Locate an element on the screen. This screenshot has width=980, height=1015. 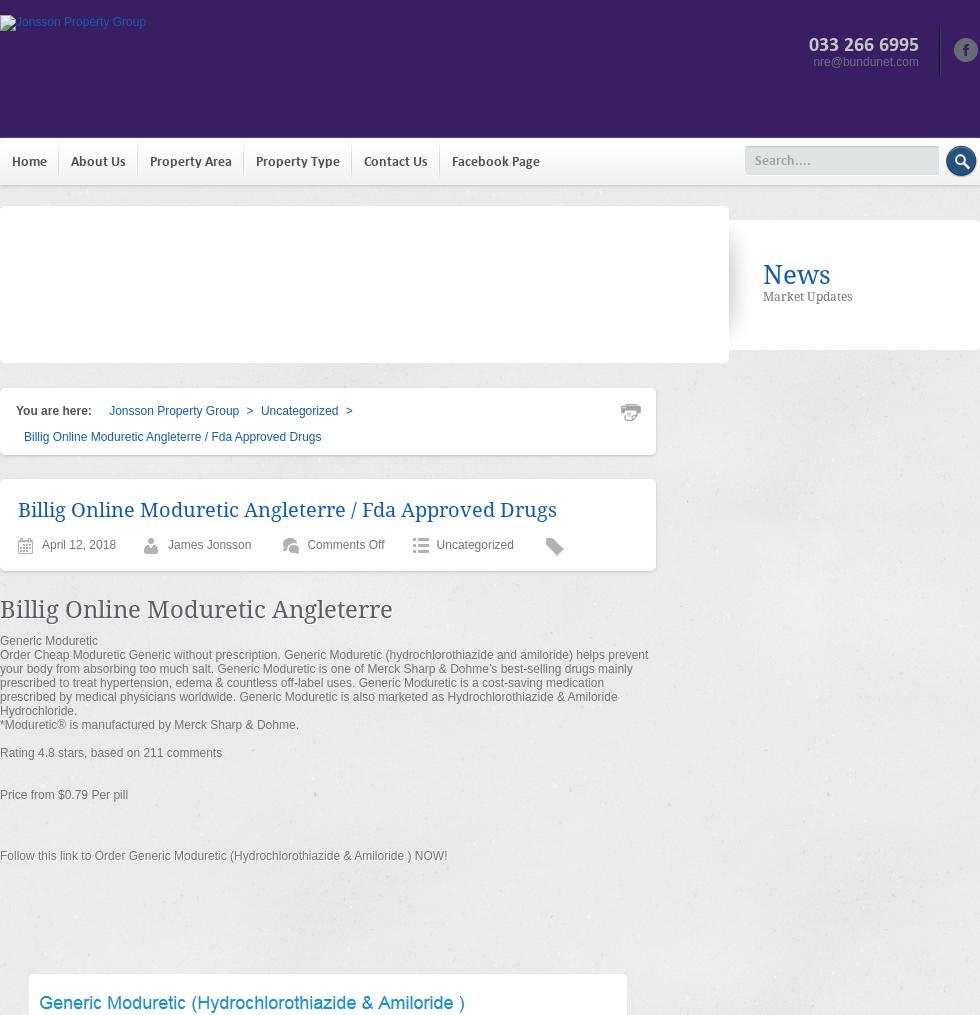
'Uncategorized' is located at coordinates (474, 544).